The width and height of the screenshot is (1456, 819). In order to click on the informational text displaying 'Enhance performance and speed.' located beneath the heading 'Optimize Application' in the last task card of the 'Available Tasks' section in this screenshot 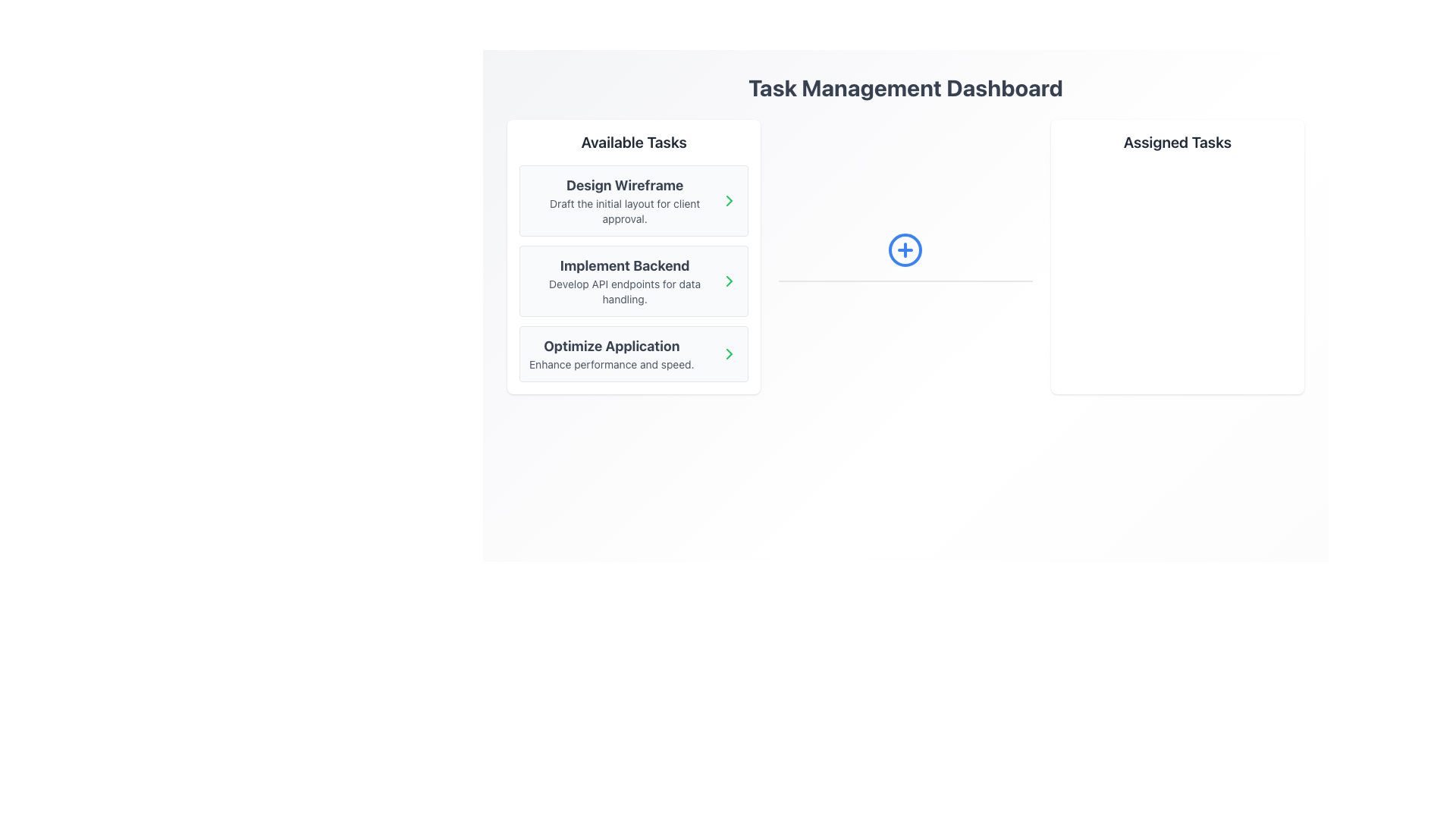, I will do `click(611, 365)`.